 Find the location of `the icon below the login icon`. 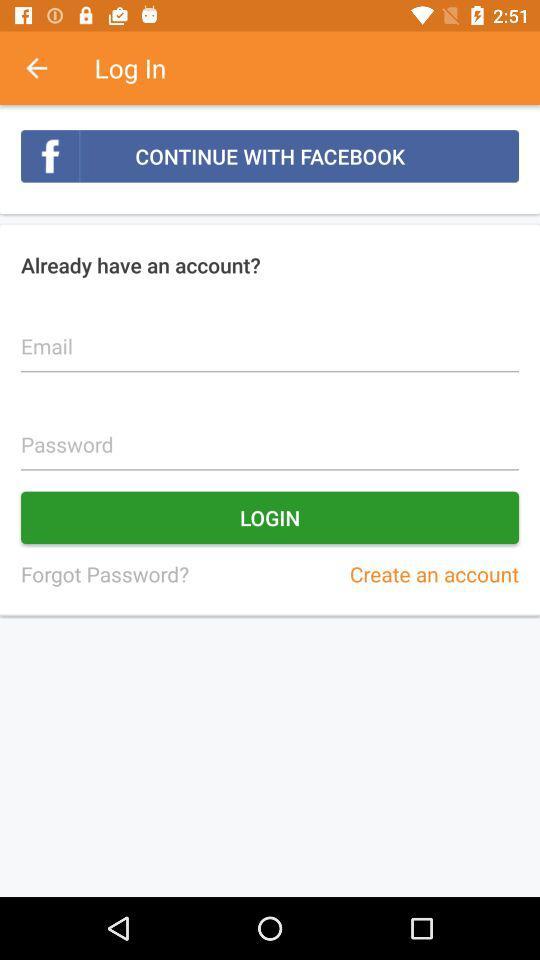

the icon below the login icon is located at coordinates (104, 574).